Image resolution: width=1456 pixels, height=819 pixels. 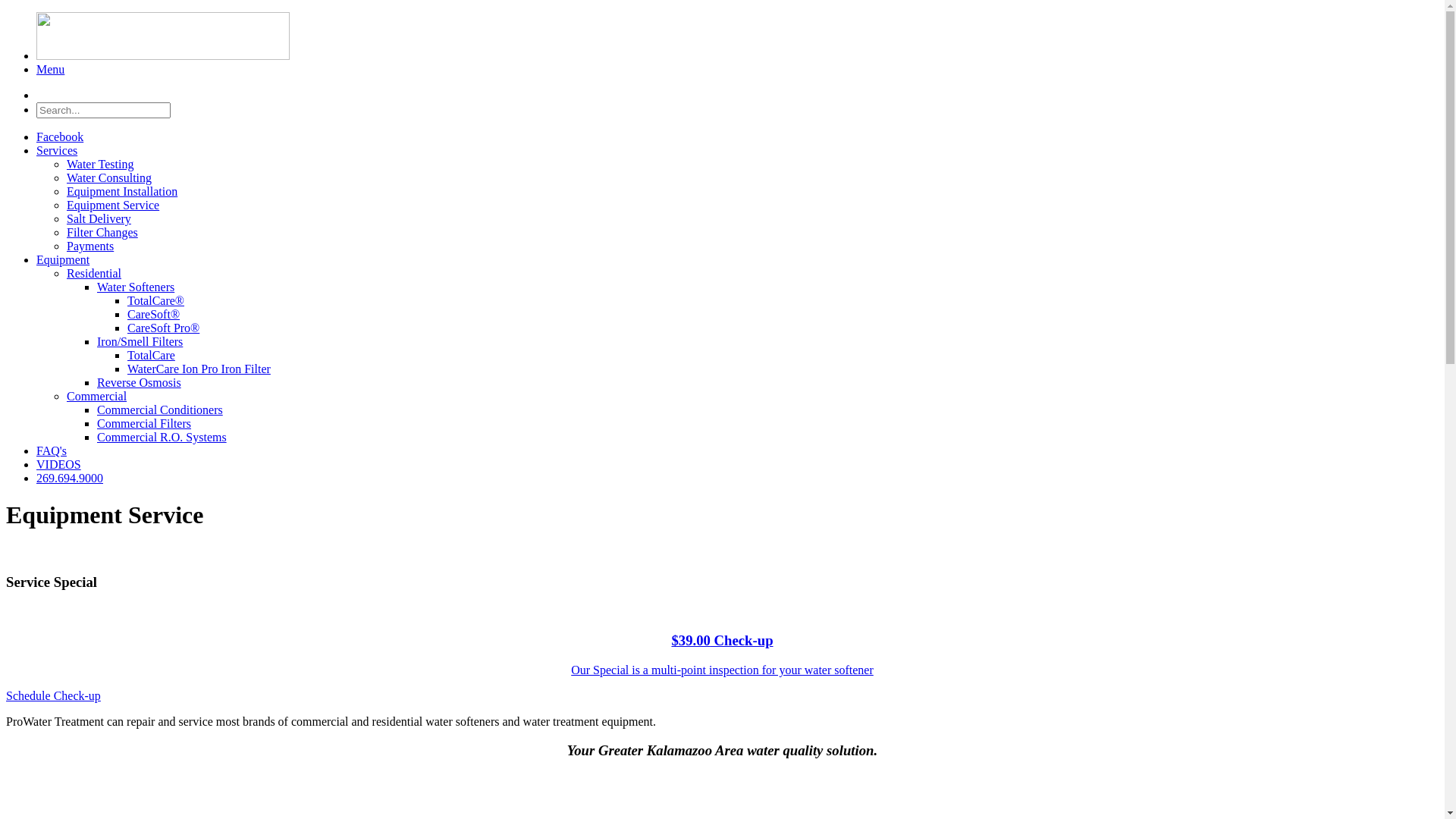 I want to click on 'Water Softeners', so click(x=135, y=287).